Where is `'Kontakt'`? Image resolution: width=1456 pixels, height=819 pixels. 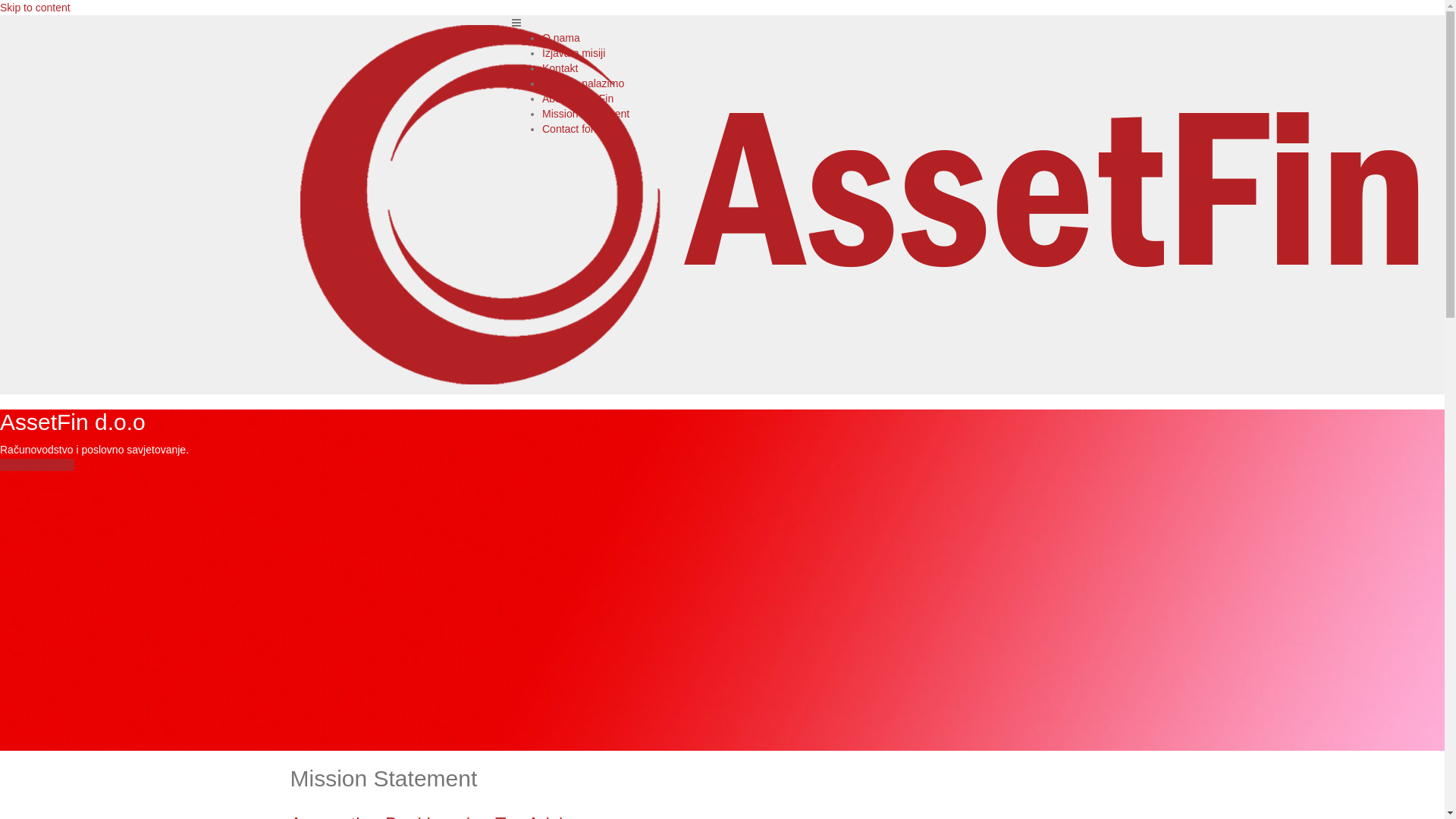 'Kontakt' is located at coordinates (559, 67).